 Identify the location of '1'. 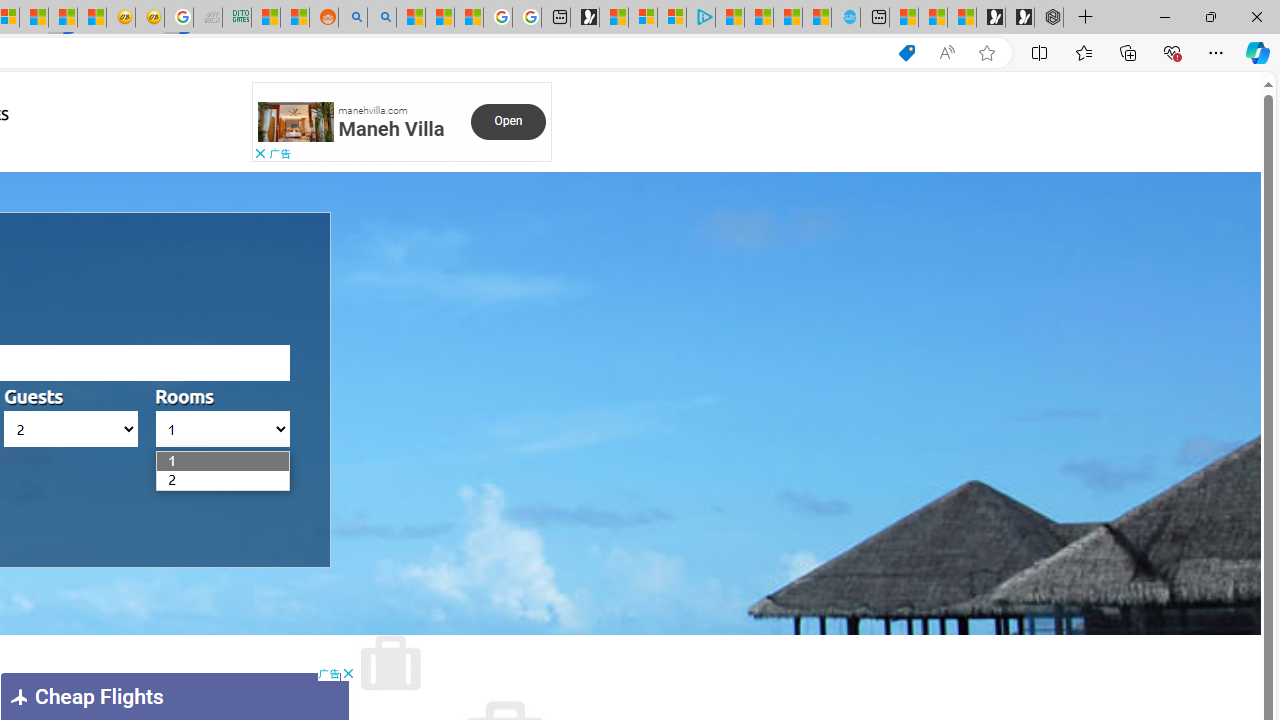
(167, 461).